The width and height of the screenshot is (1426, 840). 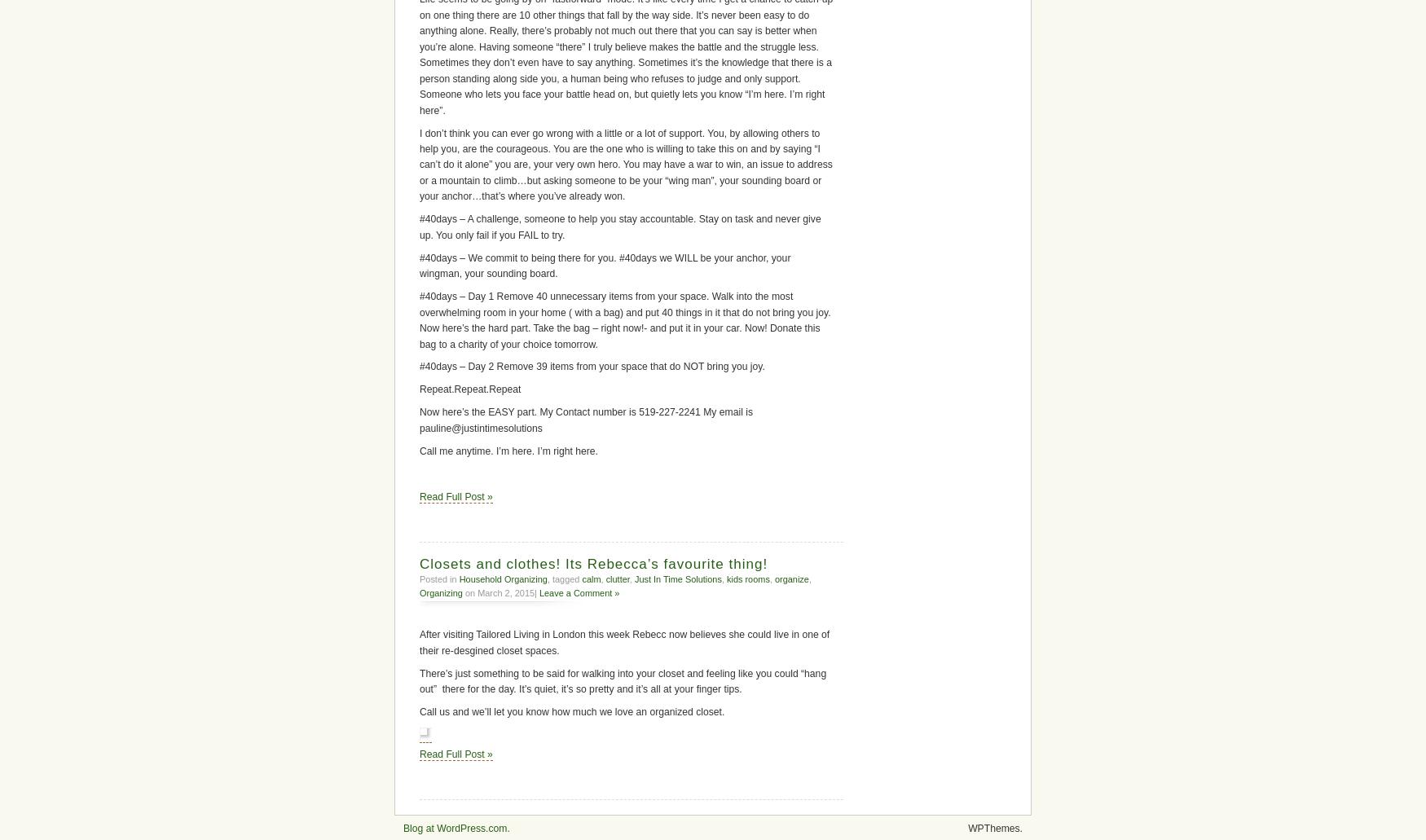 What do you see at coordinates (419, 450) in the screenshot?
I see `'Call me anytime. I’m here. I’m right here.'` at bounding box center [419, 450].